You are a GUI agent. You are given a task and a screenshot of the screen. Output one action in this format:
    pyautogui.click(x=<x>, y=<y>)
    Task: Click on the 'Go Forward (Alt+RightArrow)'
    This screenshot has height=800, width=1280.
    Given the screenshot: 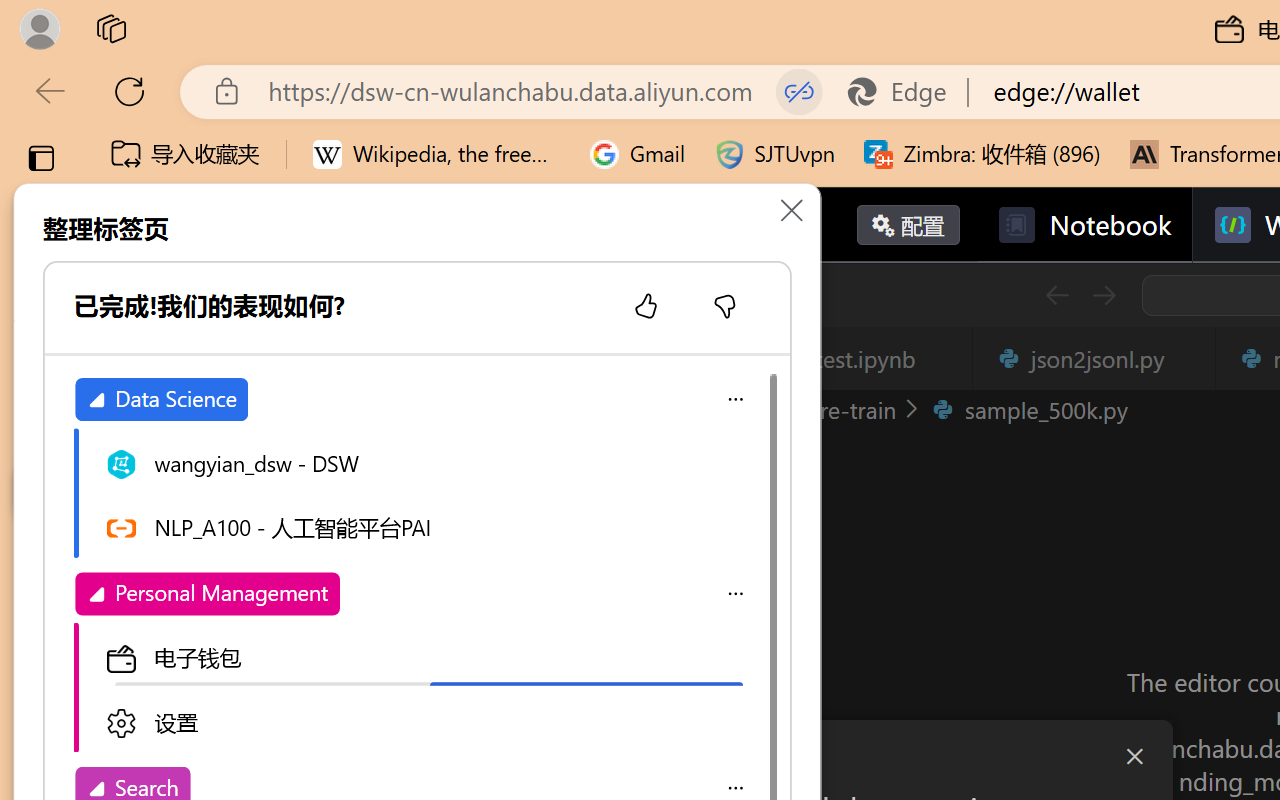 What is the action you would take?
    pyautogui.click(x=1101, y=295)
    